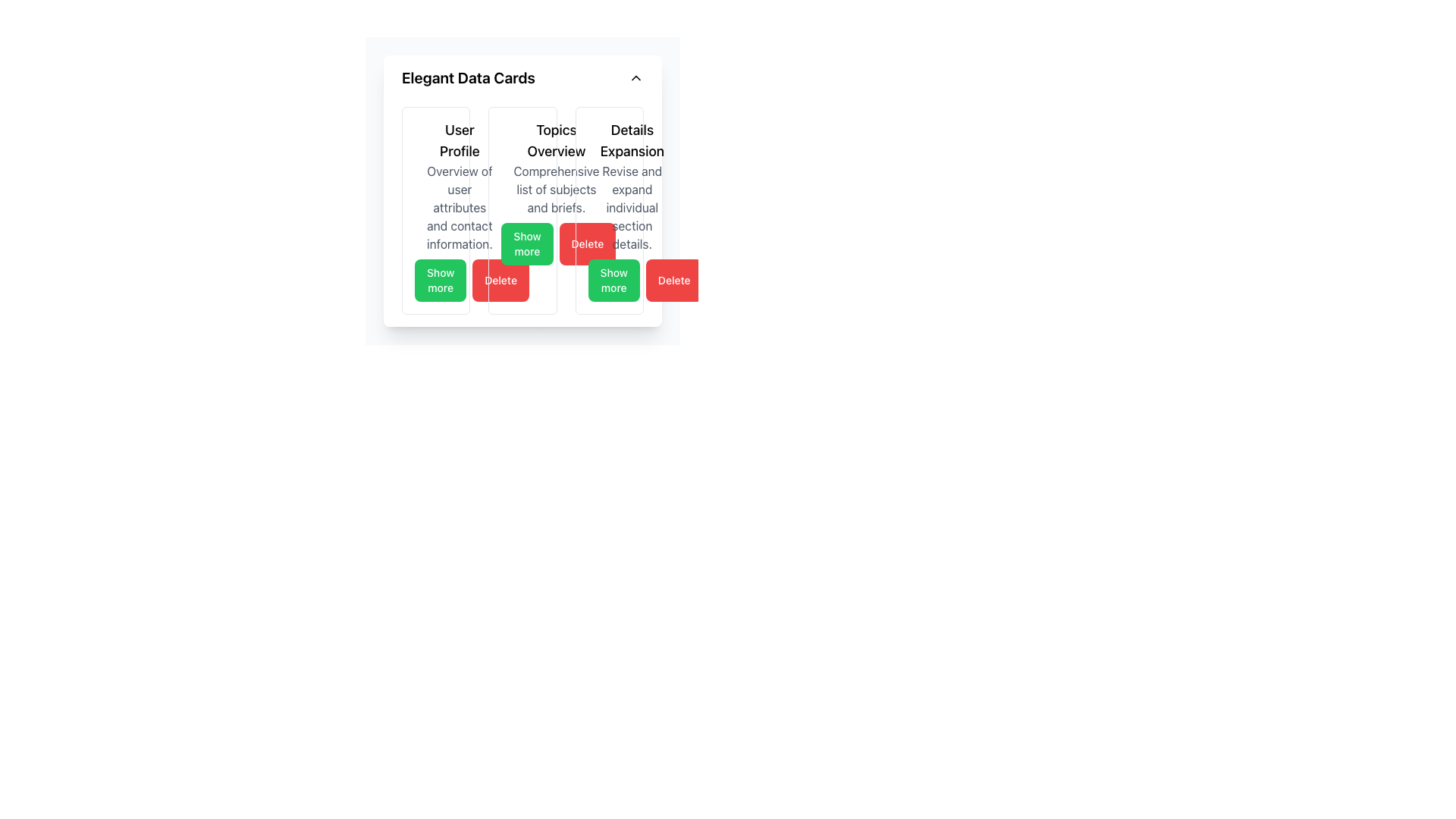  I want to click on the text displaying 'Revise and expand individual section details.' located below the title 'Details Expansion' in the Details Expansion card, so click(632, 207).